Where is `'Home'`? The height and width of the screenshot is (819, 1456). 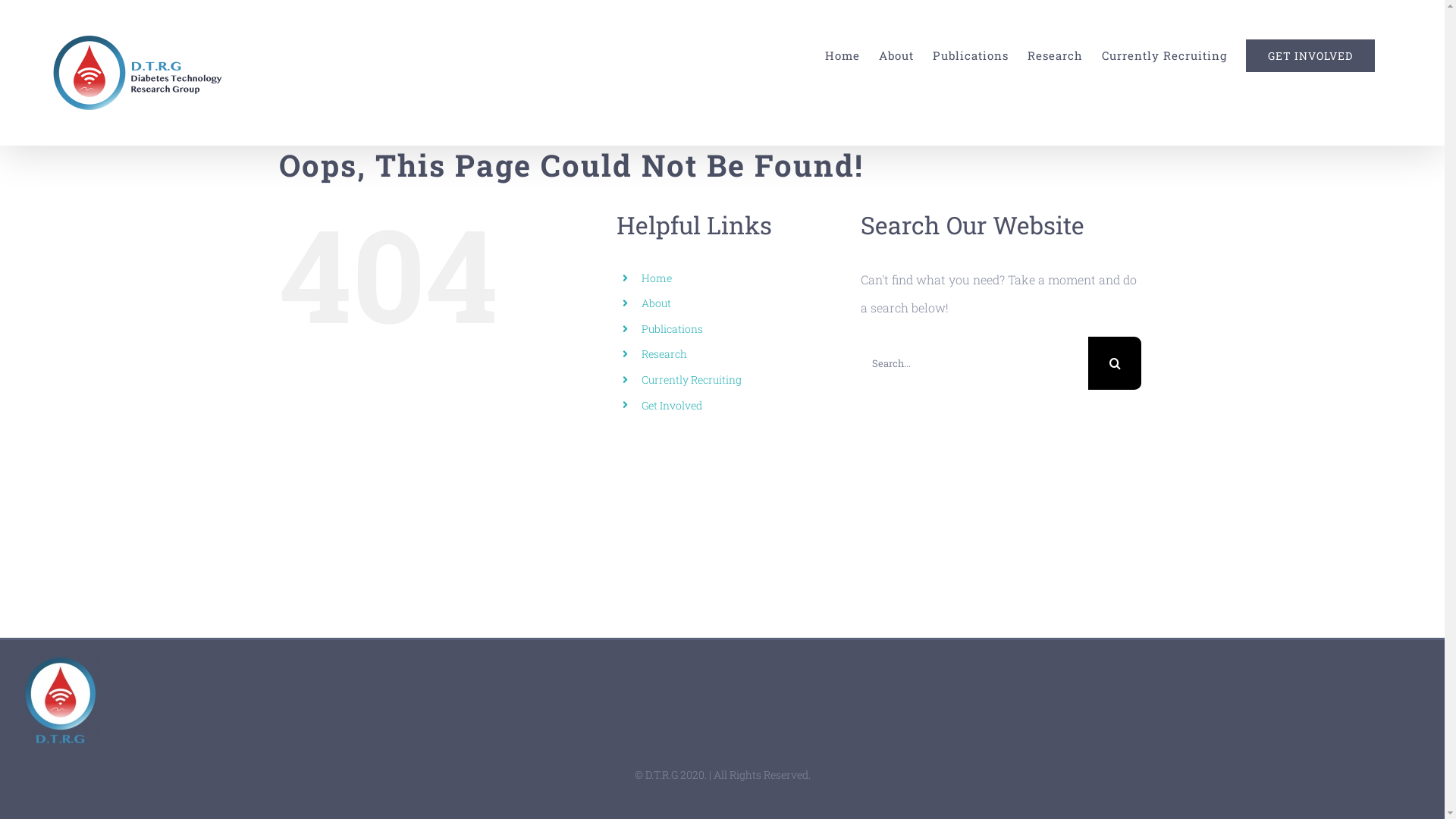 'Home' is located at coordinates (841, 55).